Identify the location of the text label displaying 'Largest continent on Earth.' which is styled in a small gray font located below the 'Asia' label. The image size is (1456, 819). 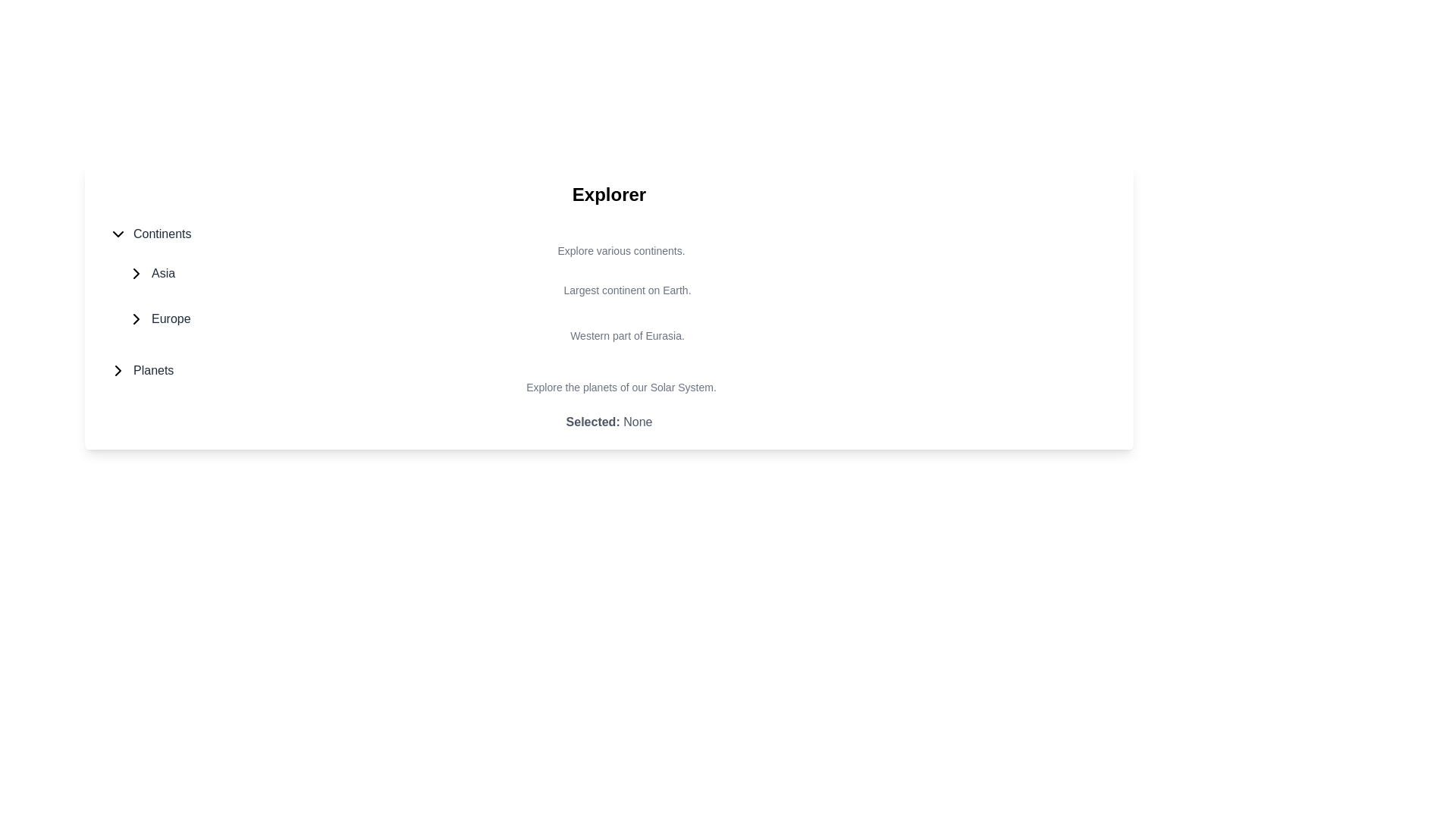
(615, 290).